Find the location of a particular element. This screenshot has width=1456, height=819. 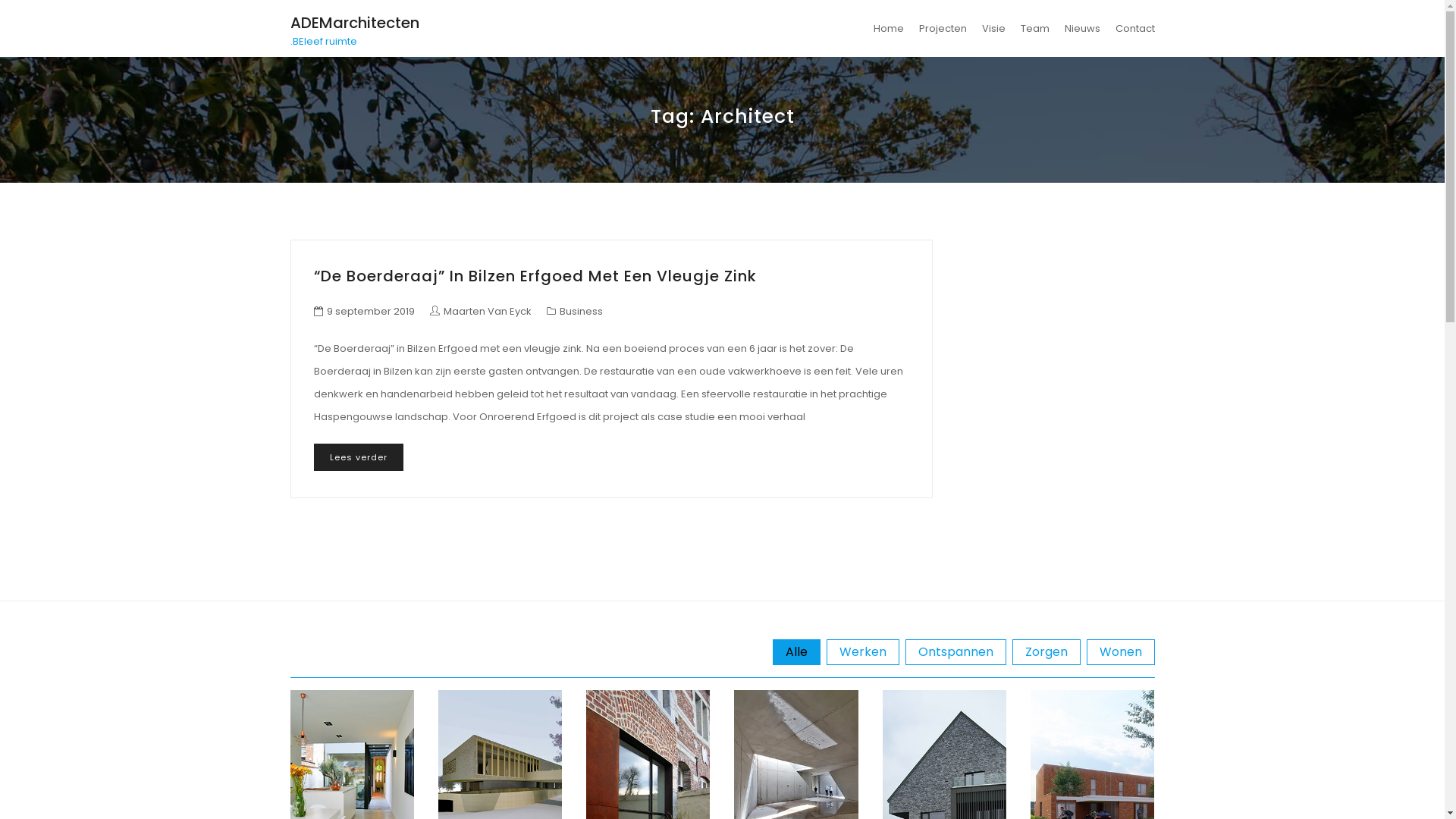

'Visie' is located at coordinates (993, 28).